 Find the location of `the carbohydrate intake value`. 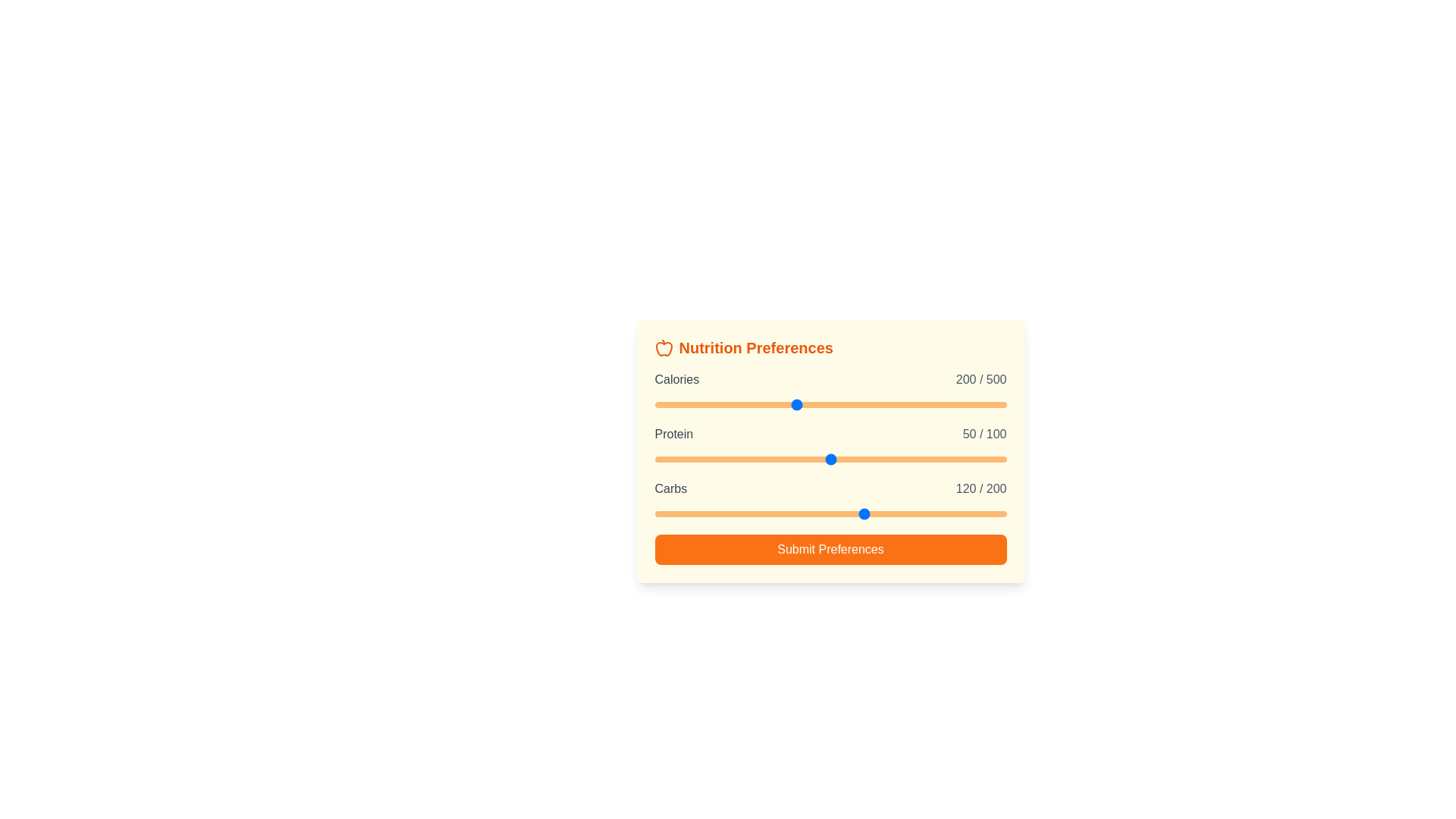

the carbohydrate intake value is located at coordinates (990, 513).